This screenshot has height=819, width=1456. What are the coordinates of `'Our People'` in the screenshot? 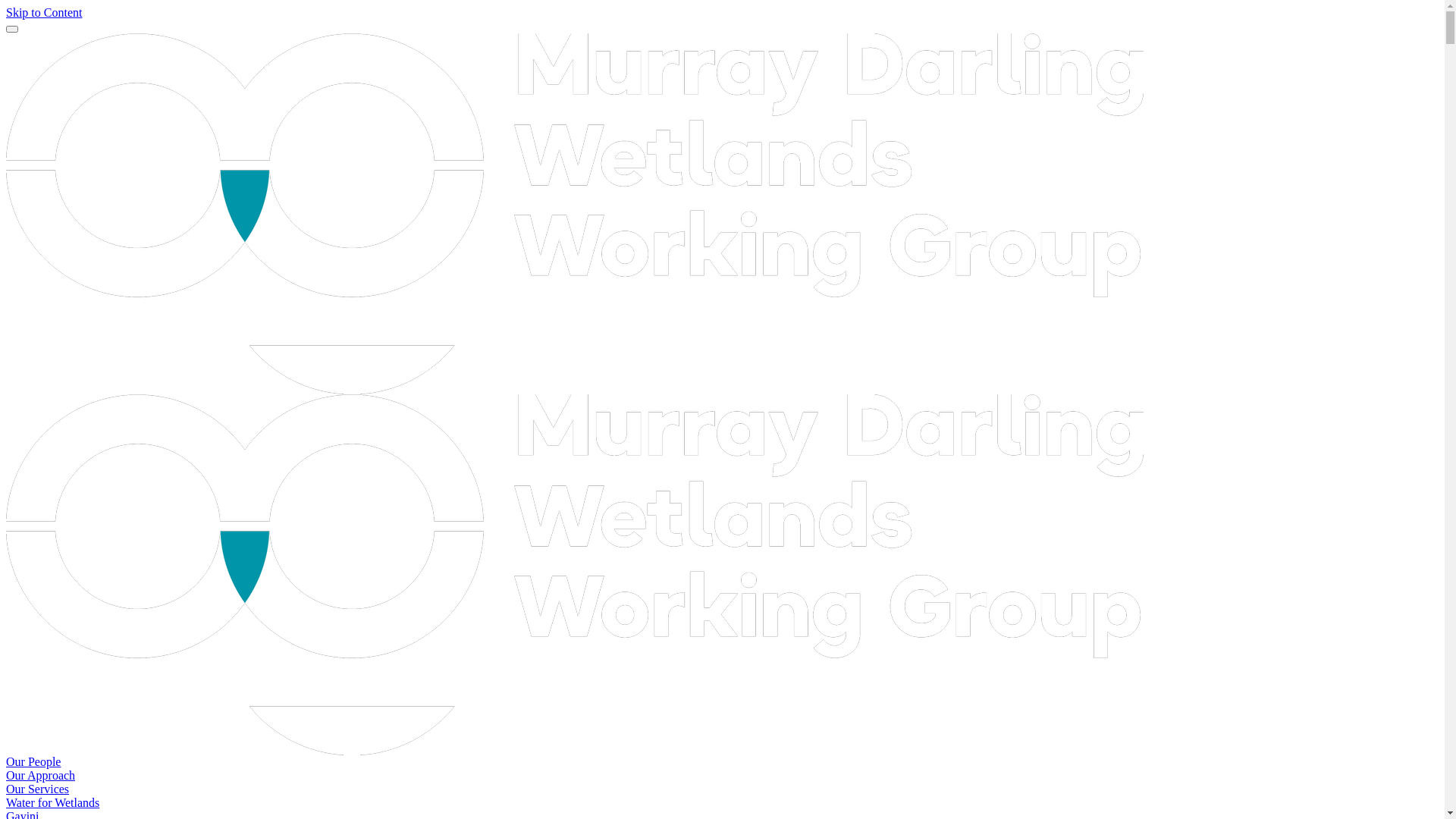 It's located at (33, 761).